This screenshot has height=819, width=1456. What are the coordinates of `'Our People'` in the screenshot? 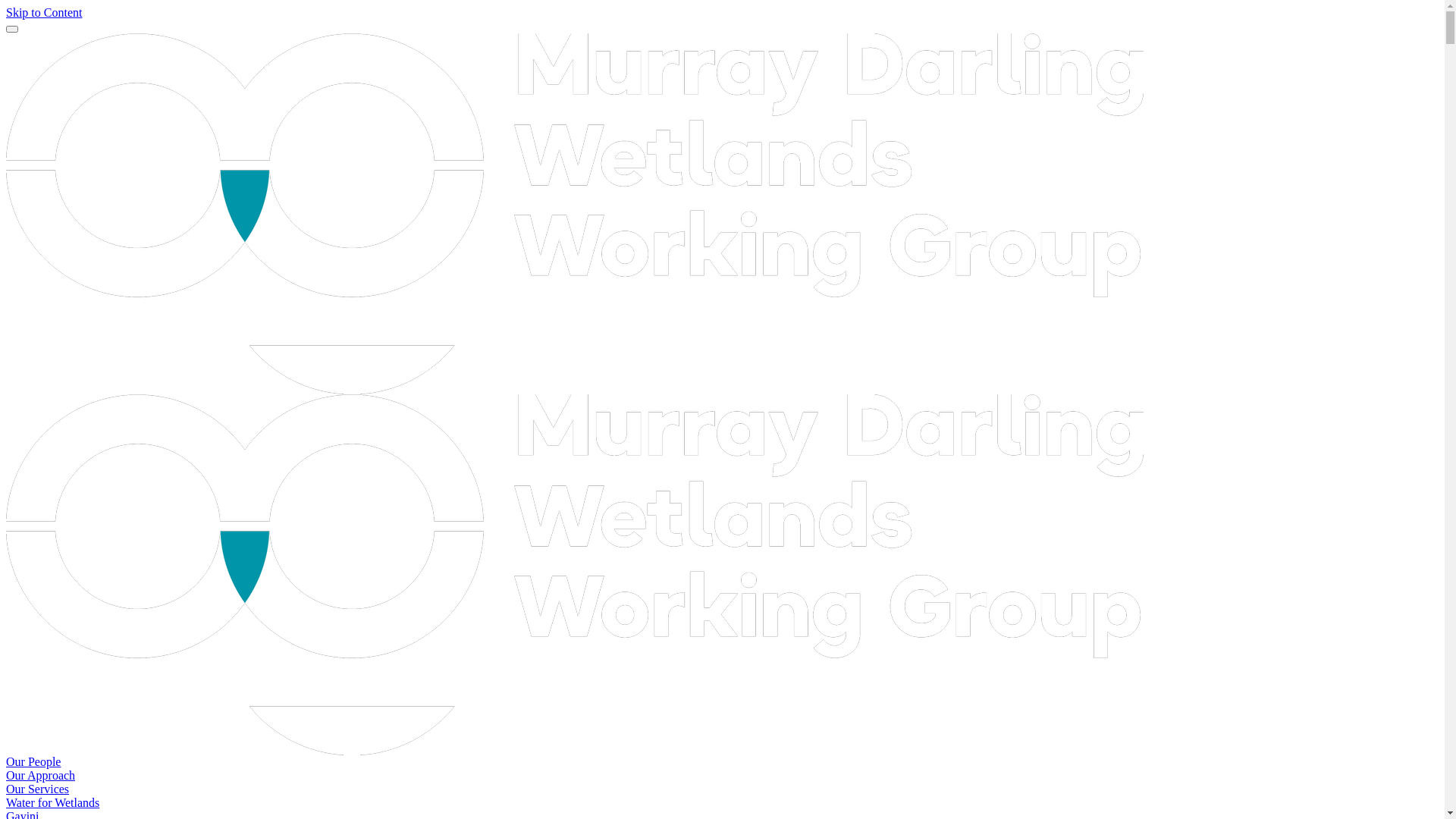 It's located at (33, 761).